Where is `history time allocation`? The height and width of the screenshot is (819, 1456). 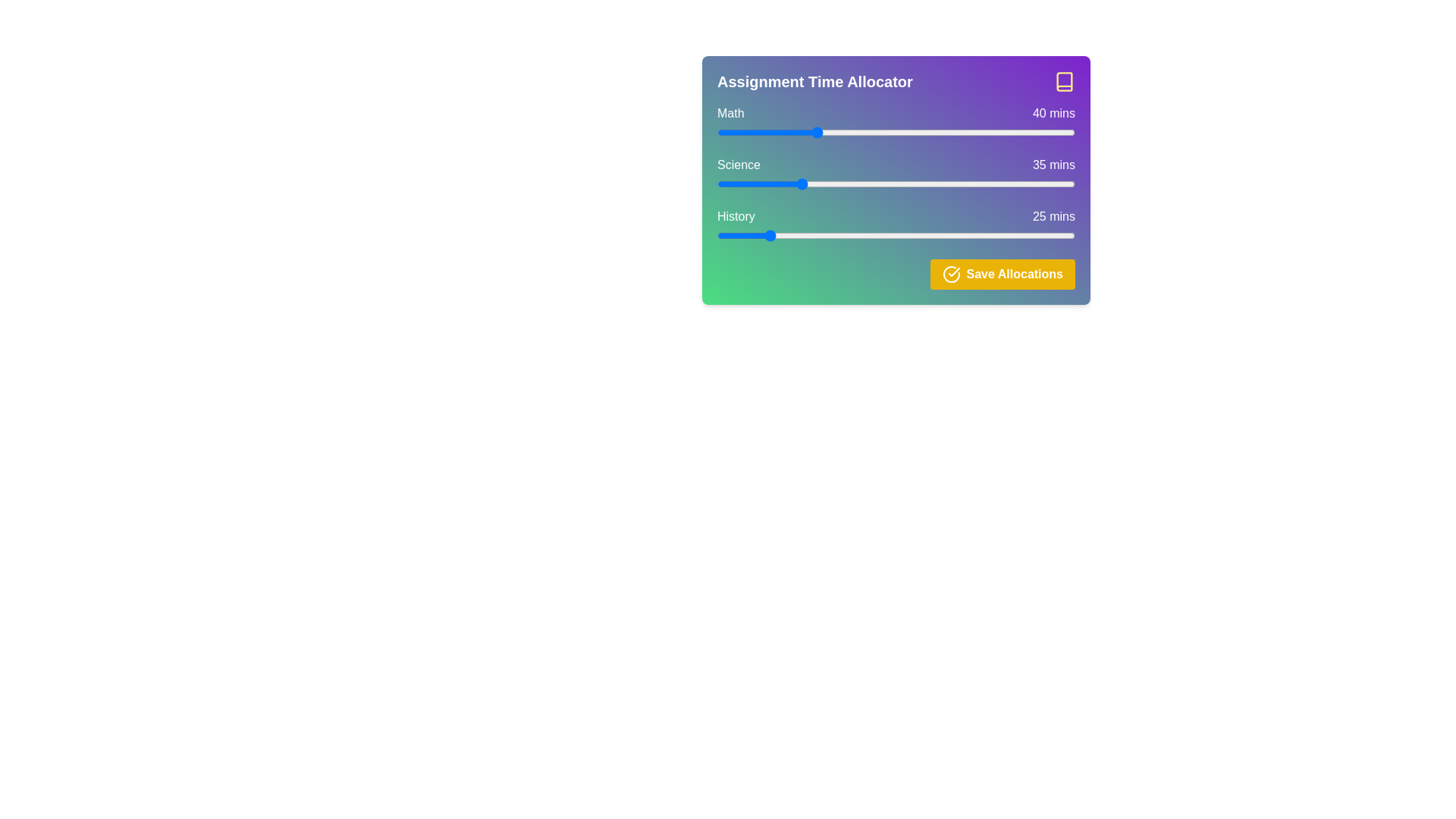 history time allocation is located at coordinates (937, 236).